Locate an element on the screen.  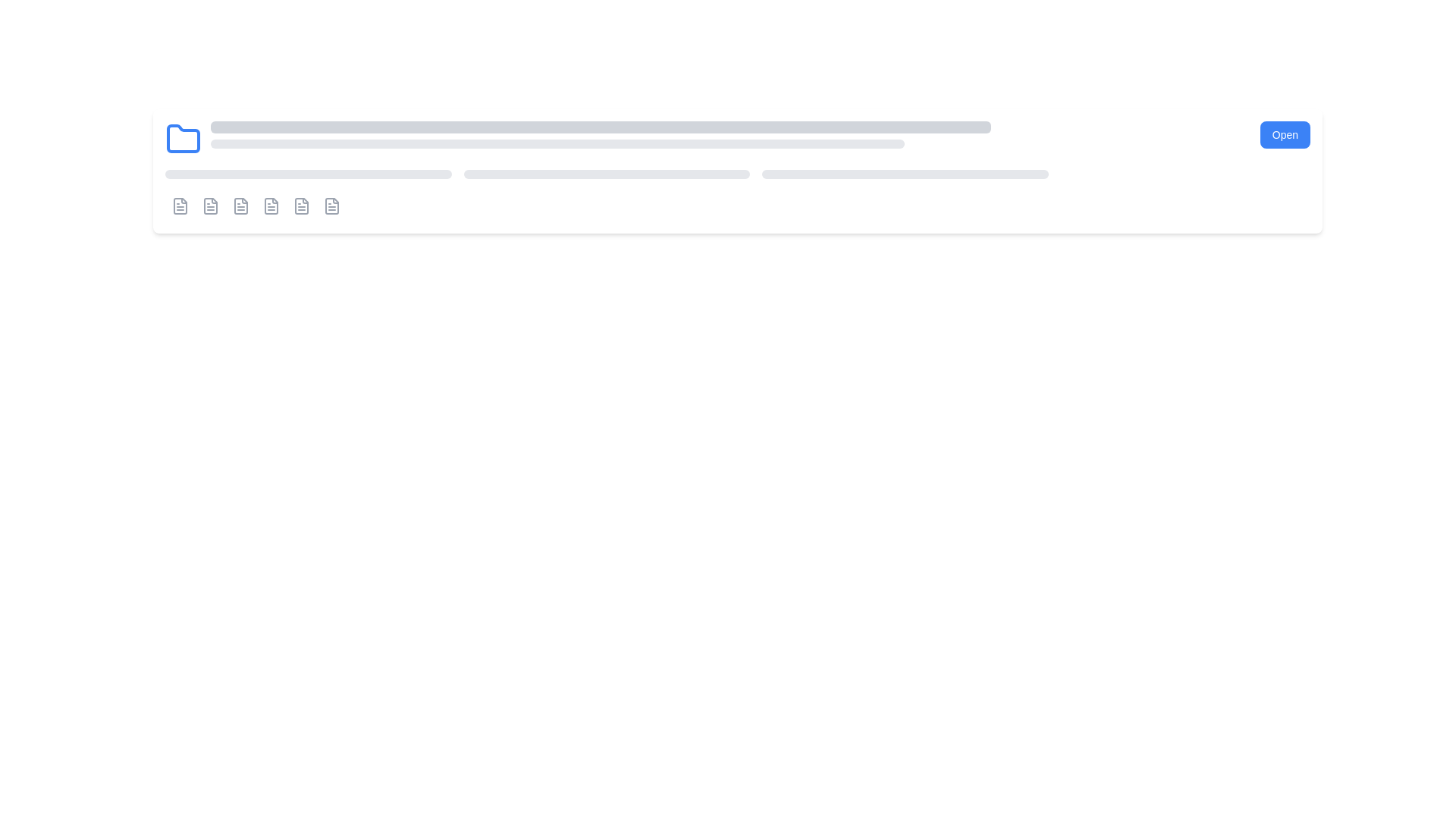
the third file icon is located at coordinates (210, 206).